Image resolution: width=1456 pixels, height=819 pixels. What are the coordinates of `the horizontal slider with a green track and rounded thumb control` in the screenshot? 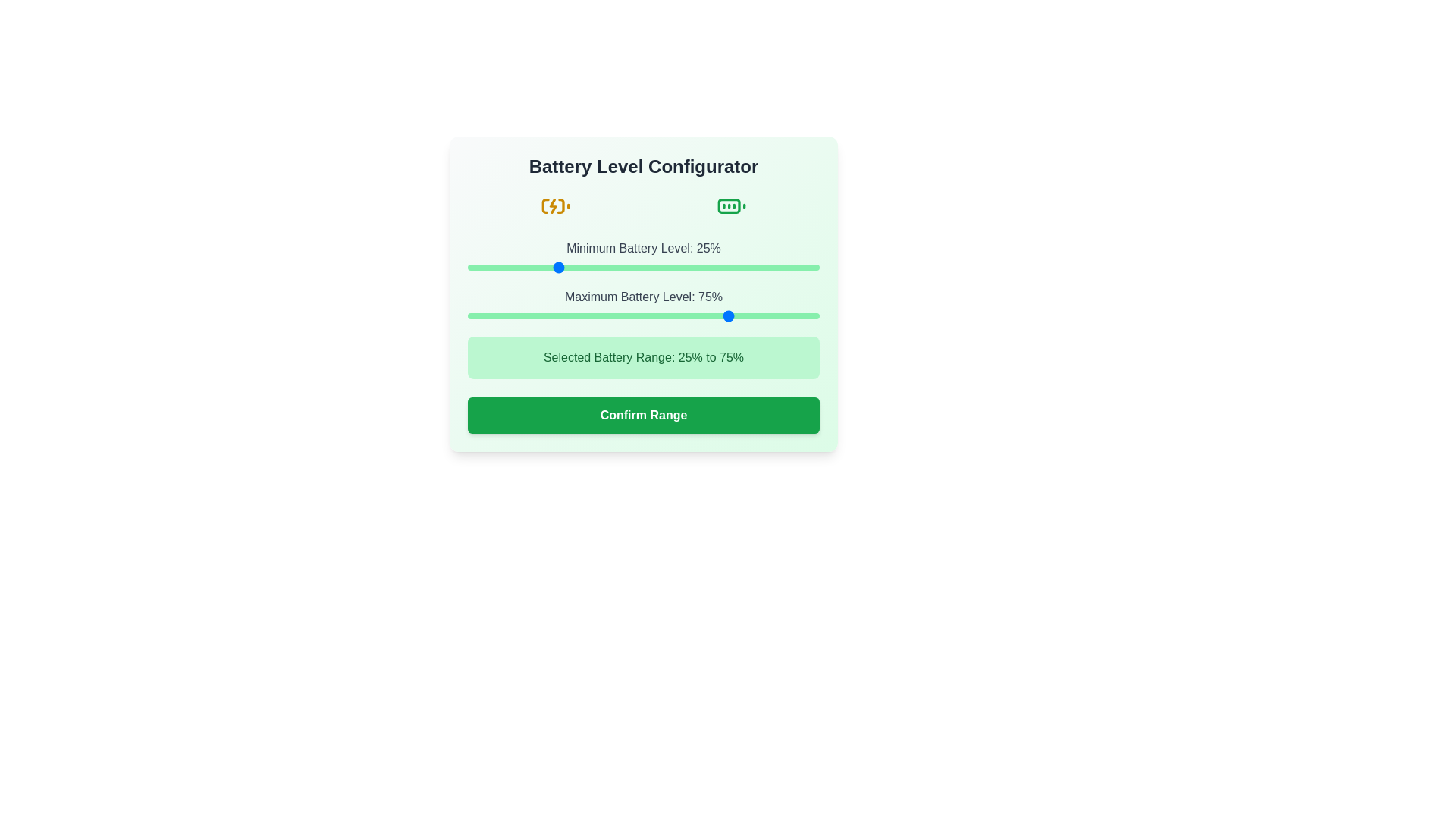 It's located at (644, 315).